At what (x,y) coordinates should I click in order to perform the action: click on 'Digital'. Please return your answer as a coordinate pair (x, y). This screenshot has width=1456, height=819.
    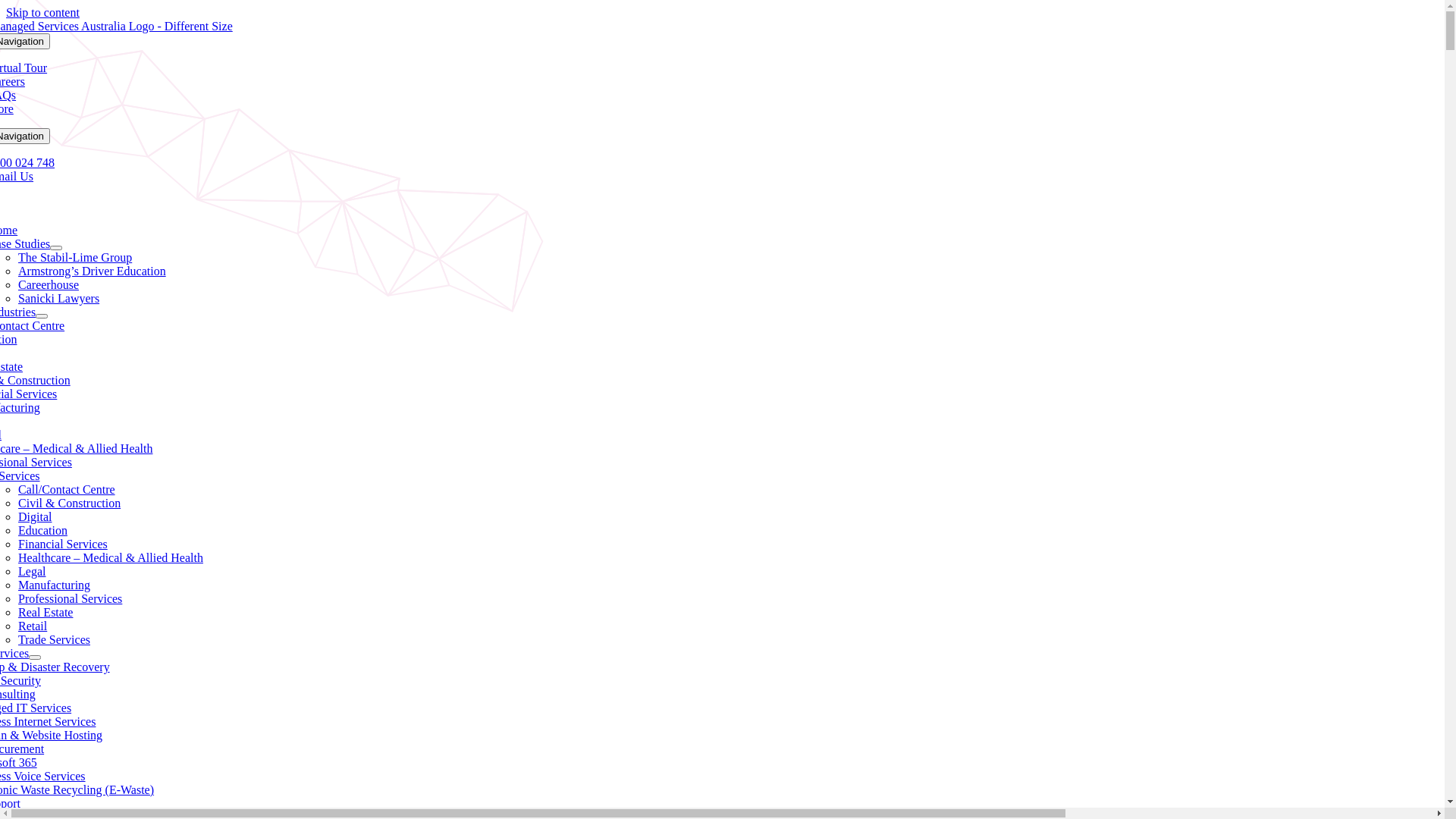
    Looking at the image, I should click on (18, 516).